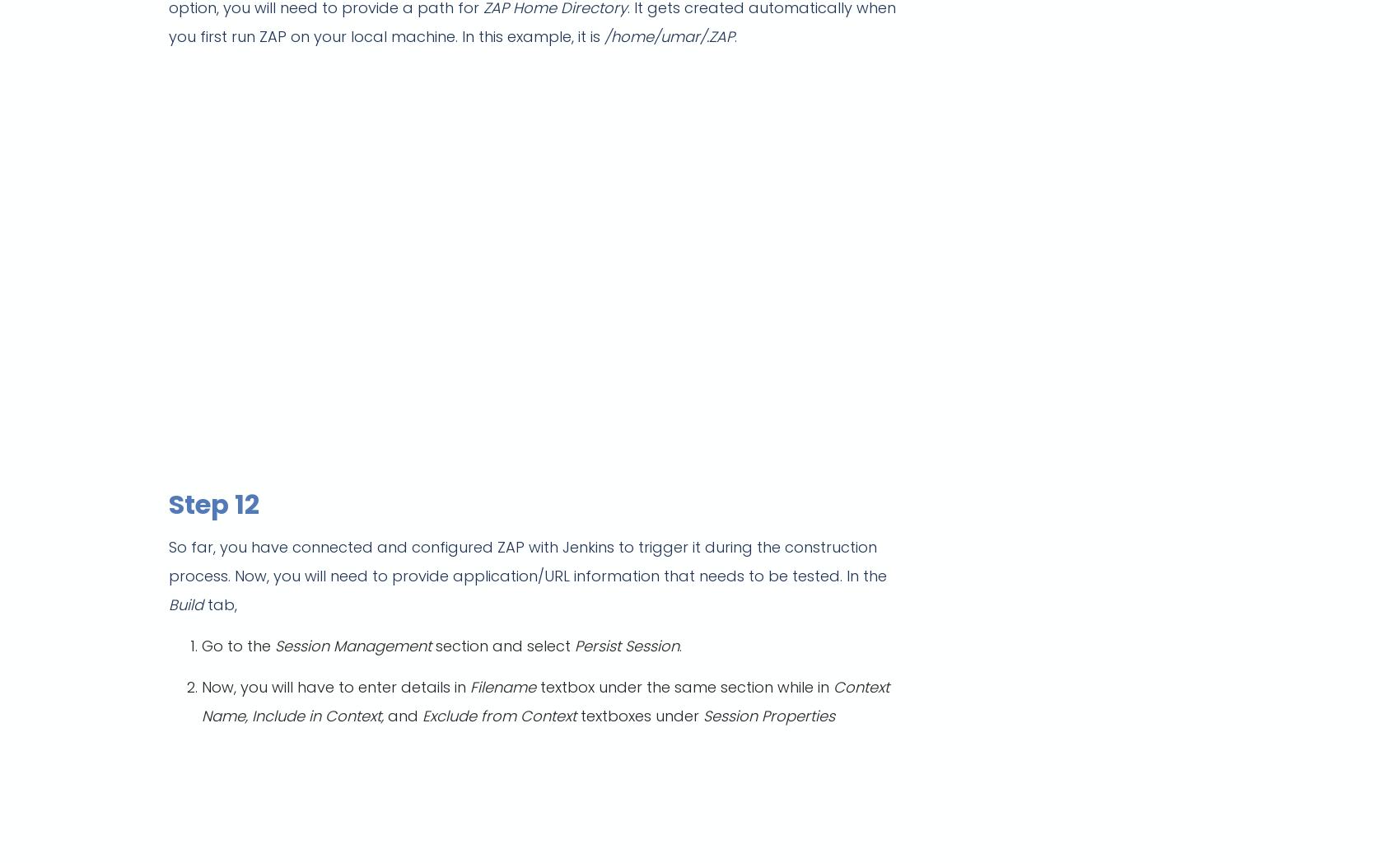  Describe the element at coordinates (528, 562) in the screenshot. I see `'So far, you have connected and configured ZAP with Jenkins to trigger it during the construction process. Now, you will need to provide application/URL information that needs to be tested. In the'` at that location.